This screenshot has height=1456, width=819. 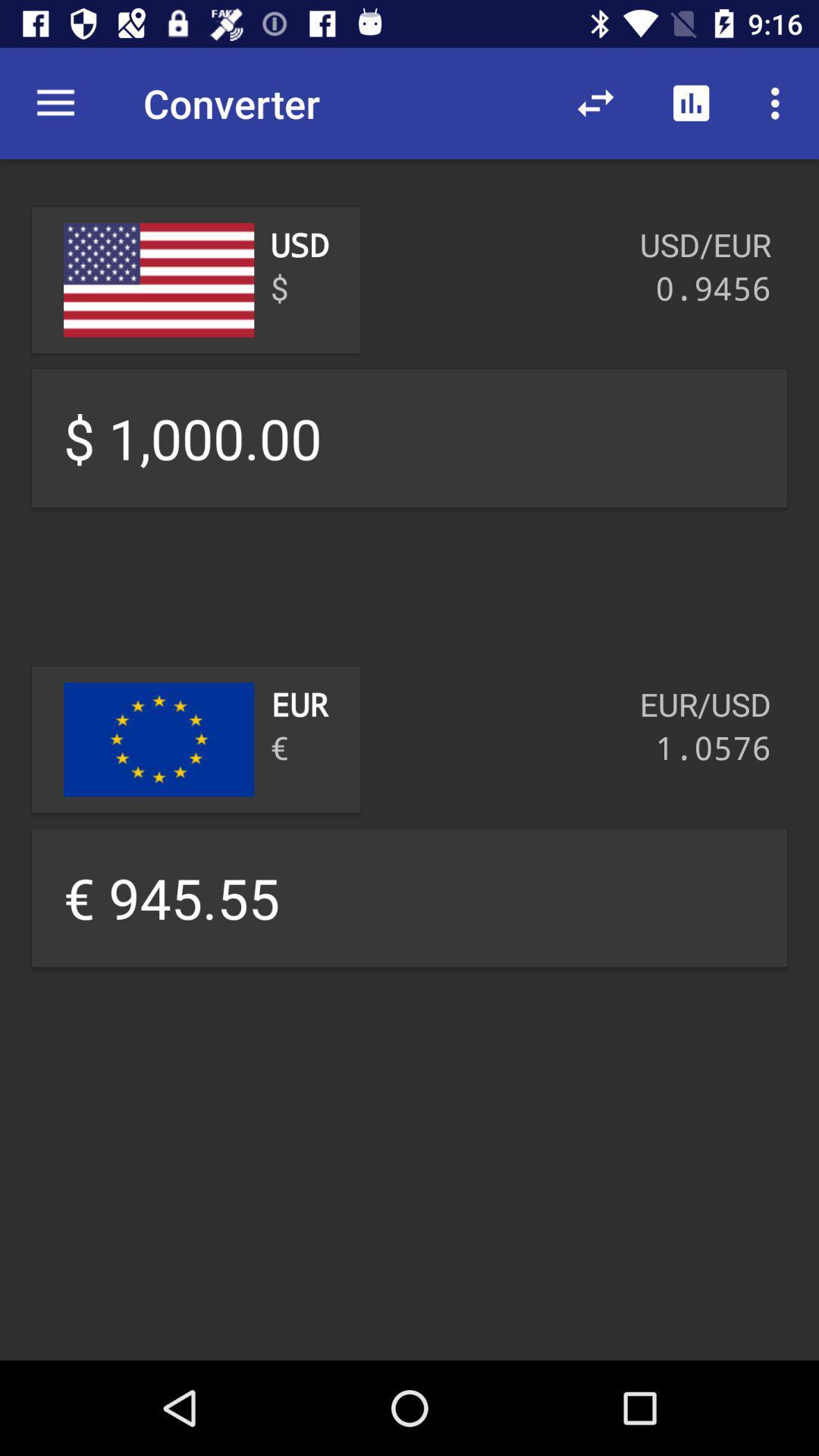 What do you see at coordinates (595, 103) in the screenshot?
I see `the icon next to converter` at bounding box center [595, 103].